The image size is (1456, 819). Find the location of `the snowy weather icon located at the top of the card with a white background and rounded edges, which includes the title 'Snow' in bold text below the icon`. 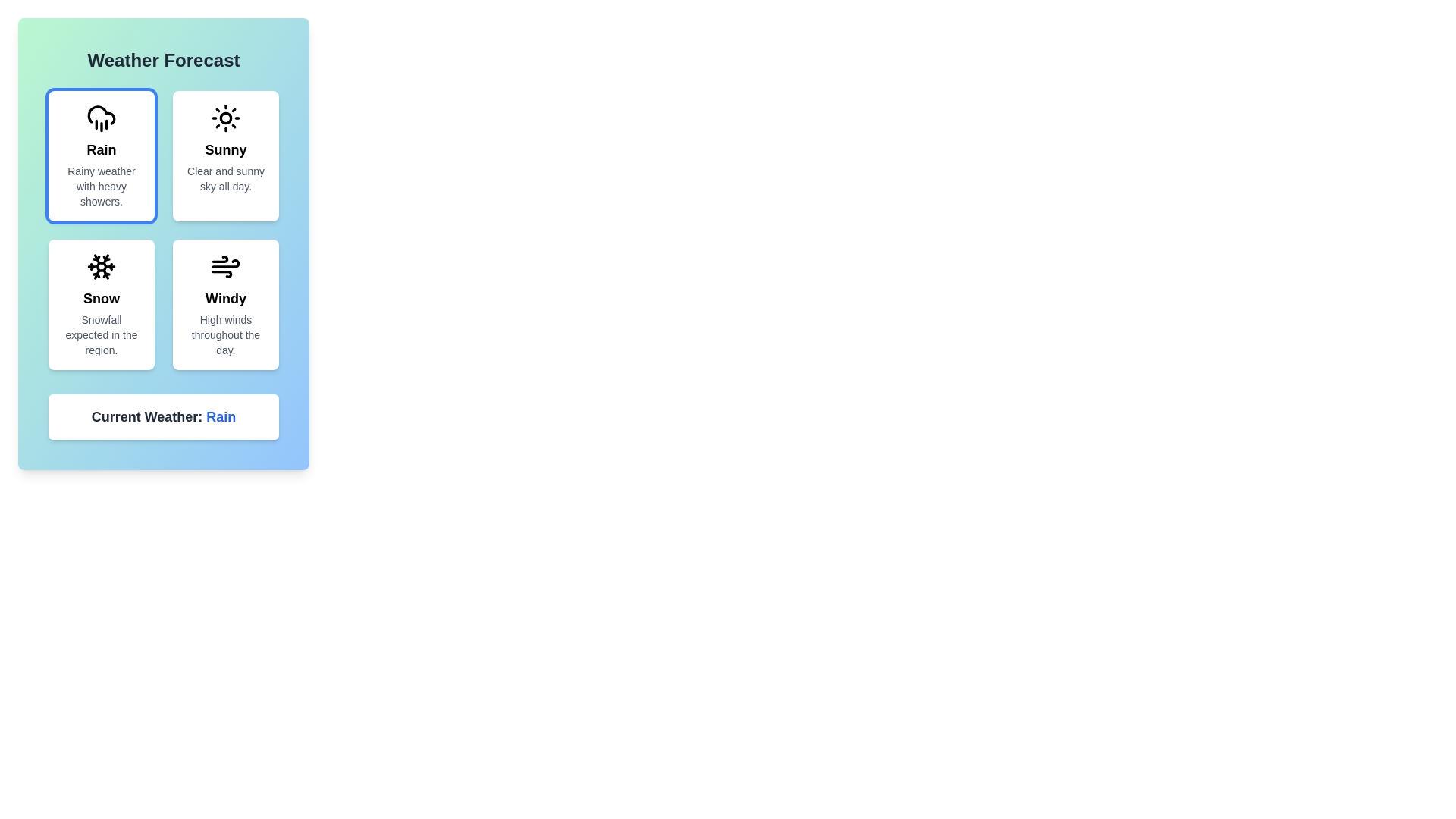

the snowy weather icon located at the top of the card with a white background and rounded edges, which includes the title 'Snow' in bold text below the icon is located at coordinates (101, 265).